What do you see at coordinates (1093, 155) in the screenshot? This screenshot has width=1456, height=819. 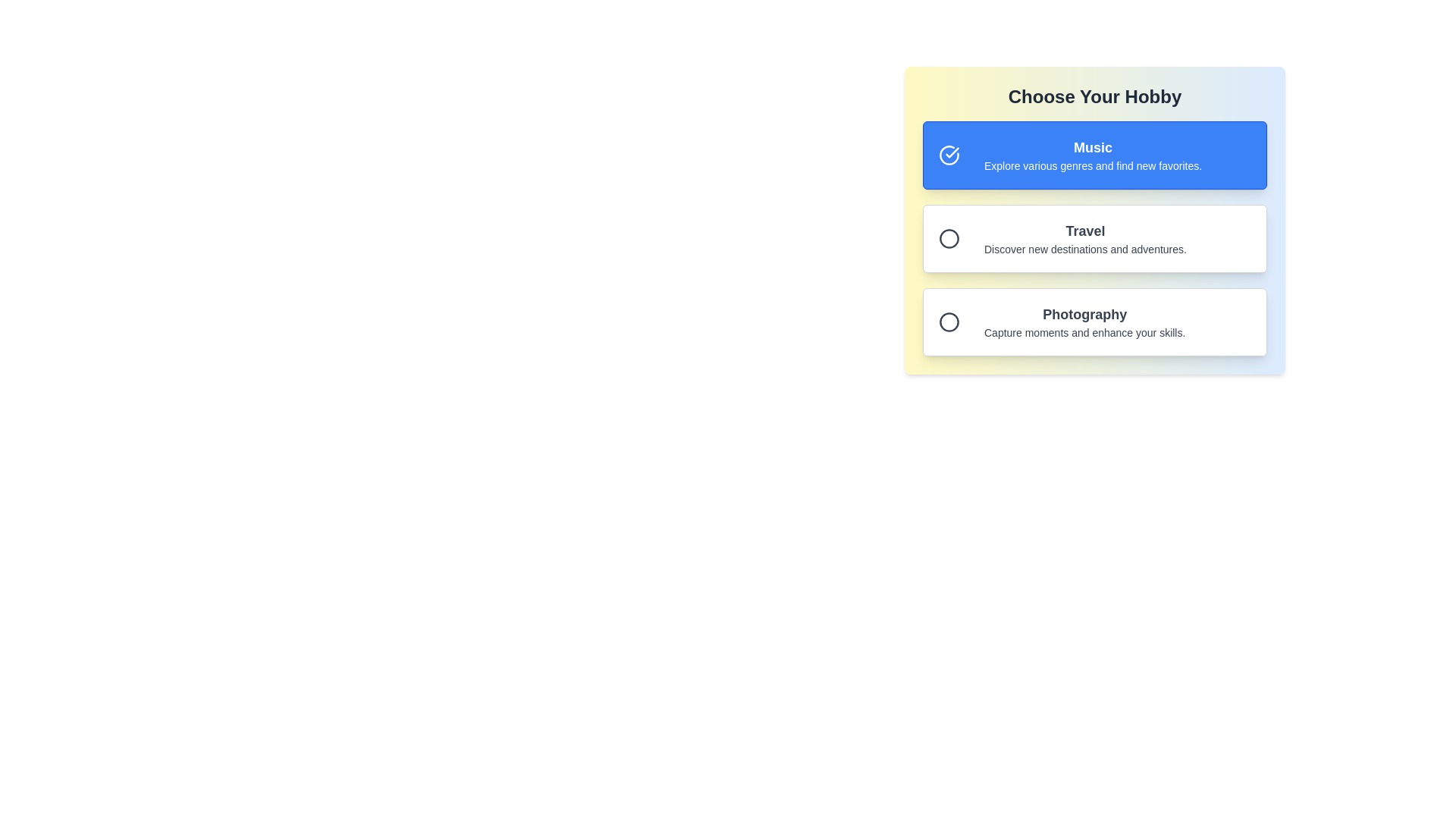 I see `the text block displaying 'Music' with the description 'Explore various genres and find new favorites.' located centrally within the first selection card titled 'Choose Your Hobby.'` at bounding box center [1093, 155].